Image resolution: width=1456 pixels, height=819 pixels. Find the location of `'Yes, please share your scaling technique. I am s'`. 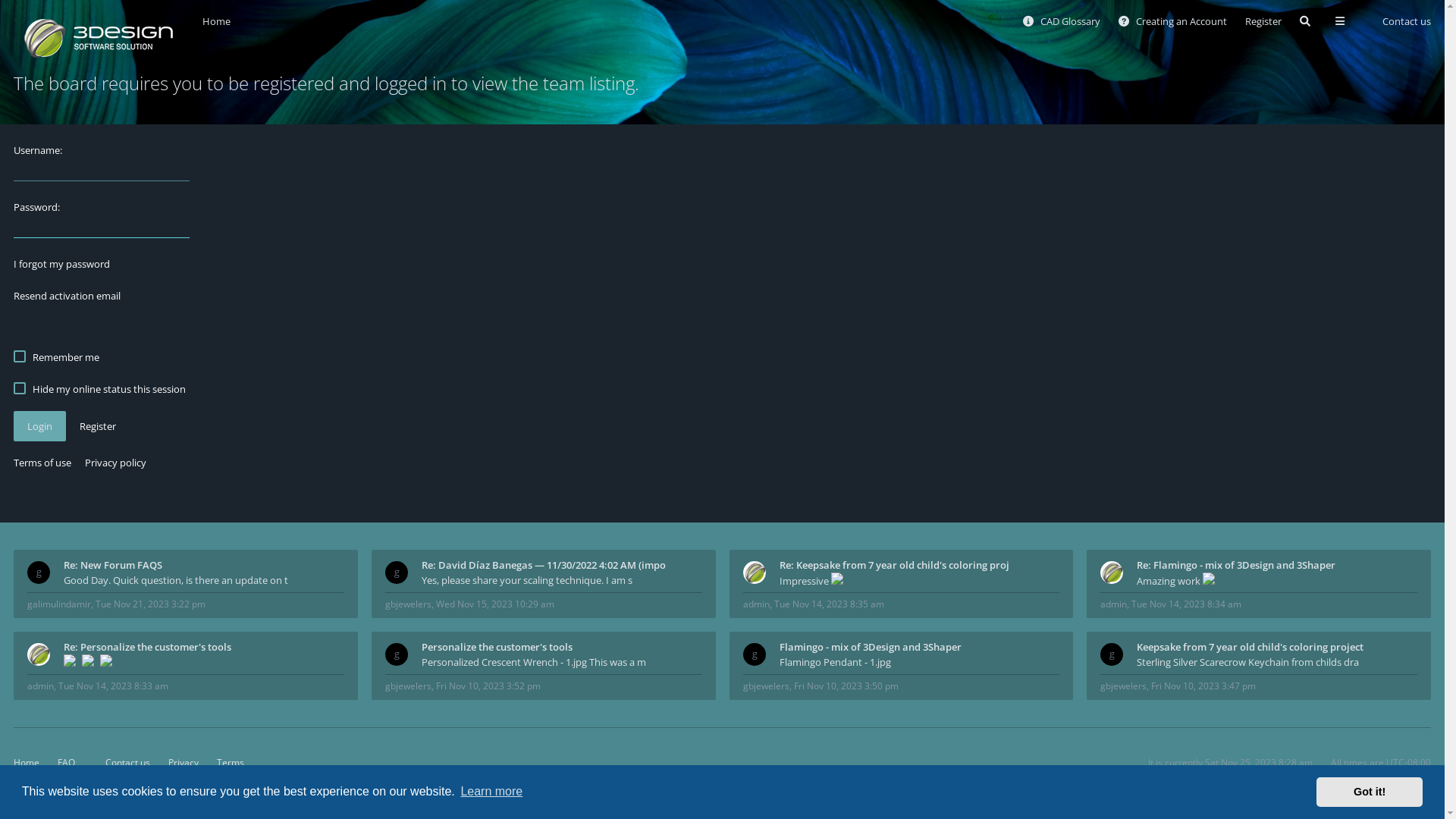

'Yes, please share your scaling technique. I am s' is located at coordinates (560, 579).